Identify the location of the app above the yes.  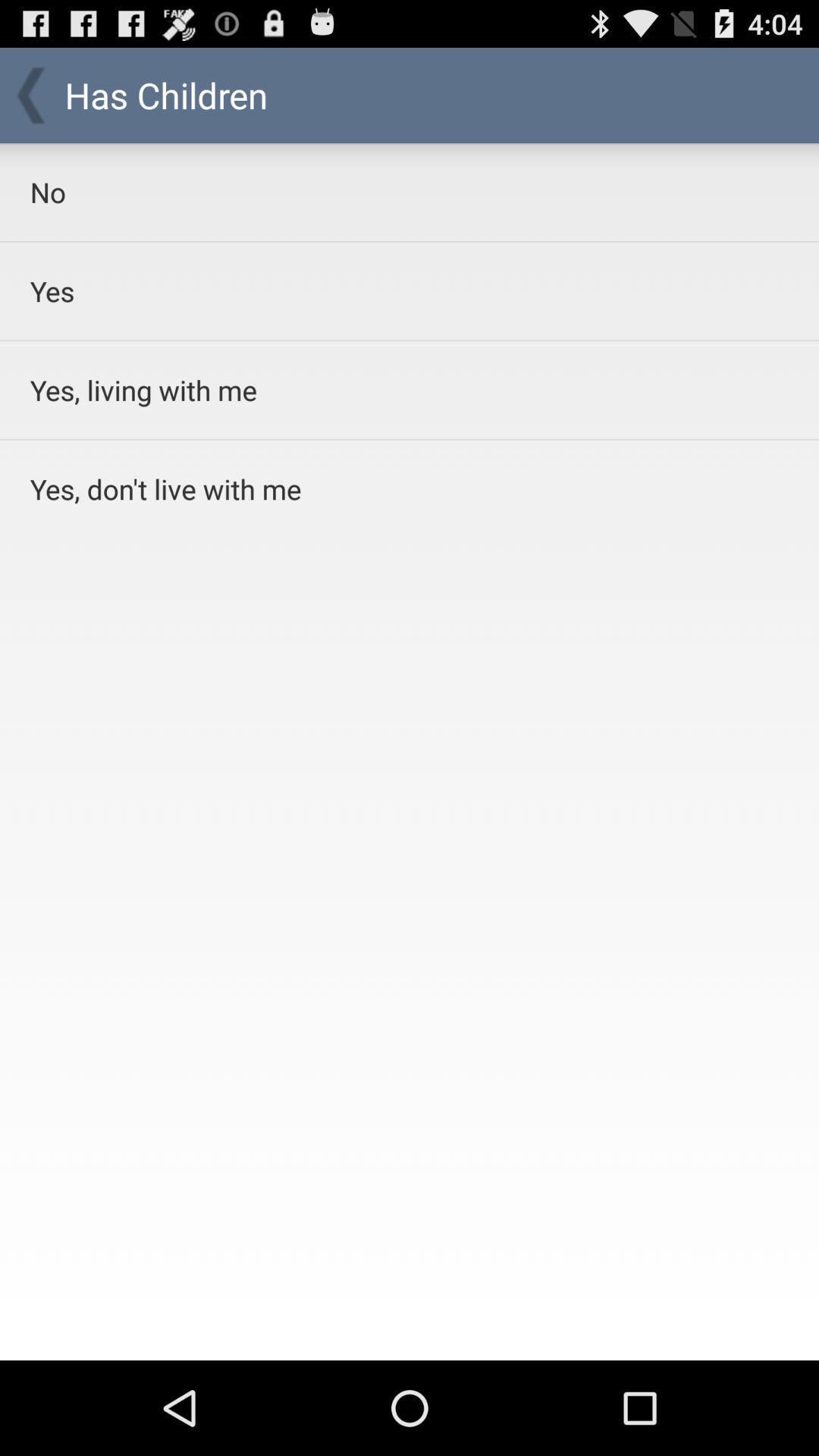
(371, 191).